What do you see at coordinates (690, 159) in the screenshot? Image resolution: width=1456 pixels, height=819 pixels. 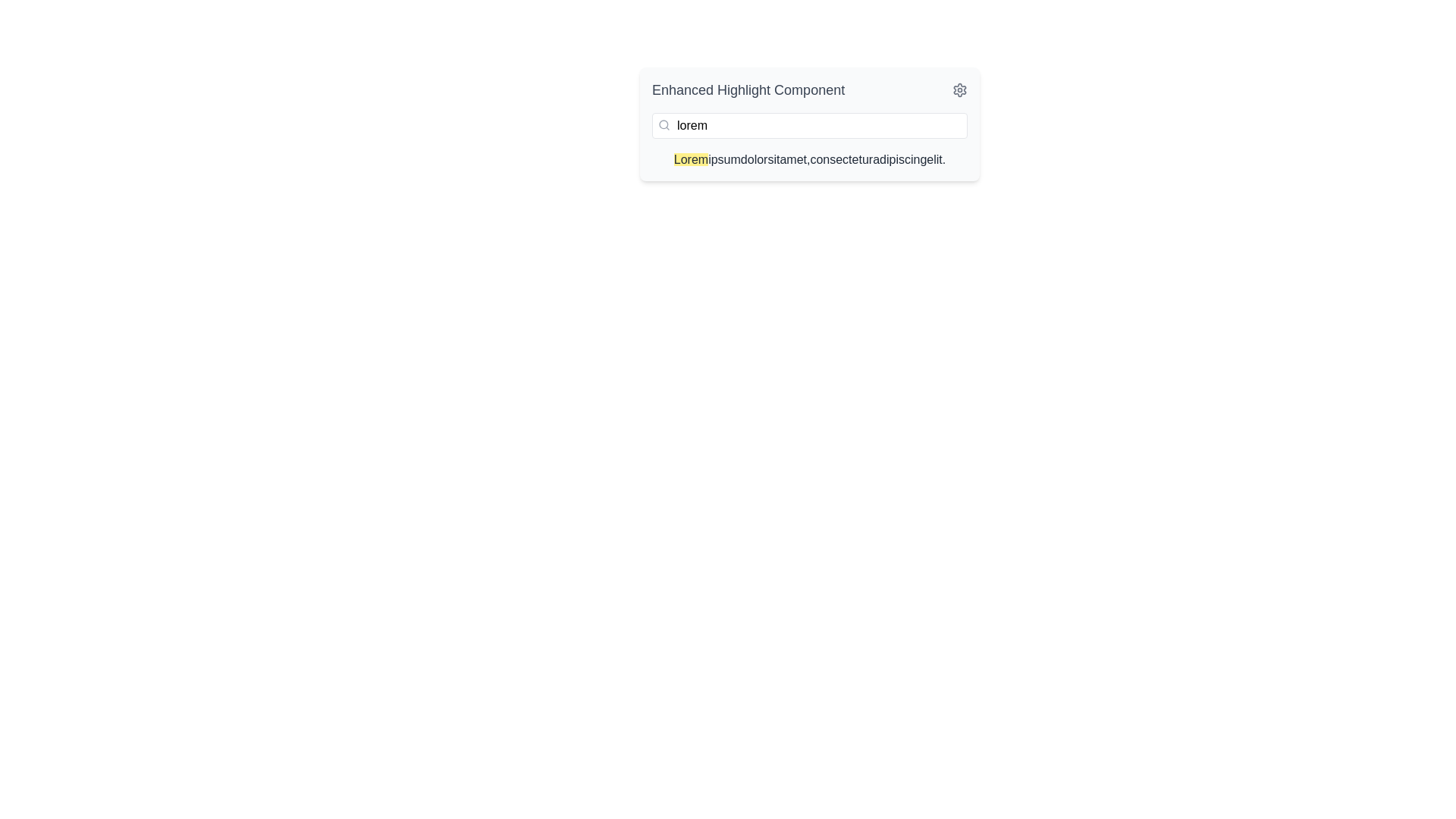 I see `the highlighted text that emphasizes the word 'Lorem' in the sentence 'Lorem ipsum dolor sit amet, consectetur adipiscing elit.'` at bounding box center [690, 159].